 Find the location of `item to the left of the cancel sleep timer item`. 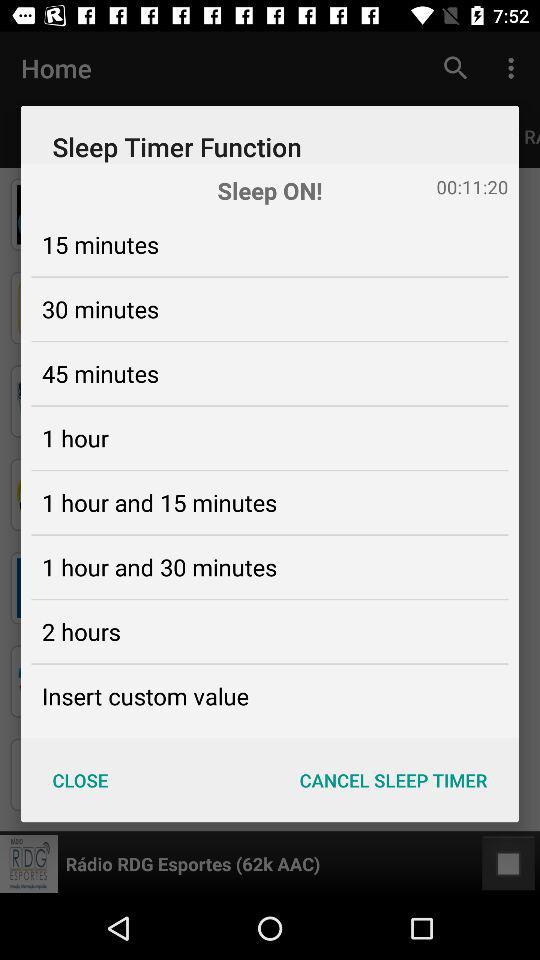

item to the left of the cancel sleep timer item is located at coordinates (79, 779).